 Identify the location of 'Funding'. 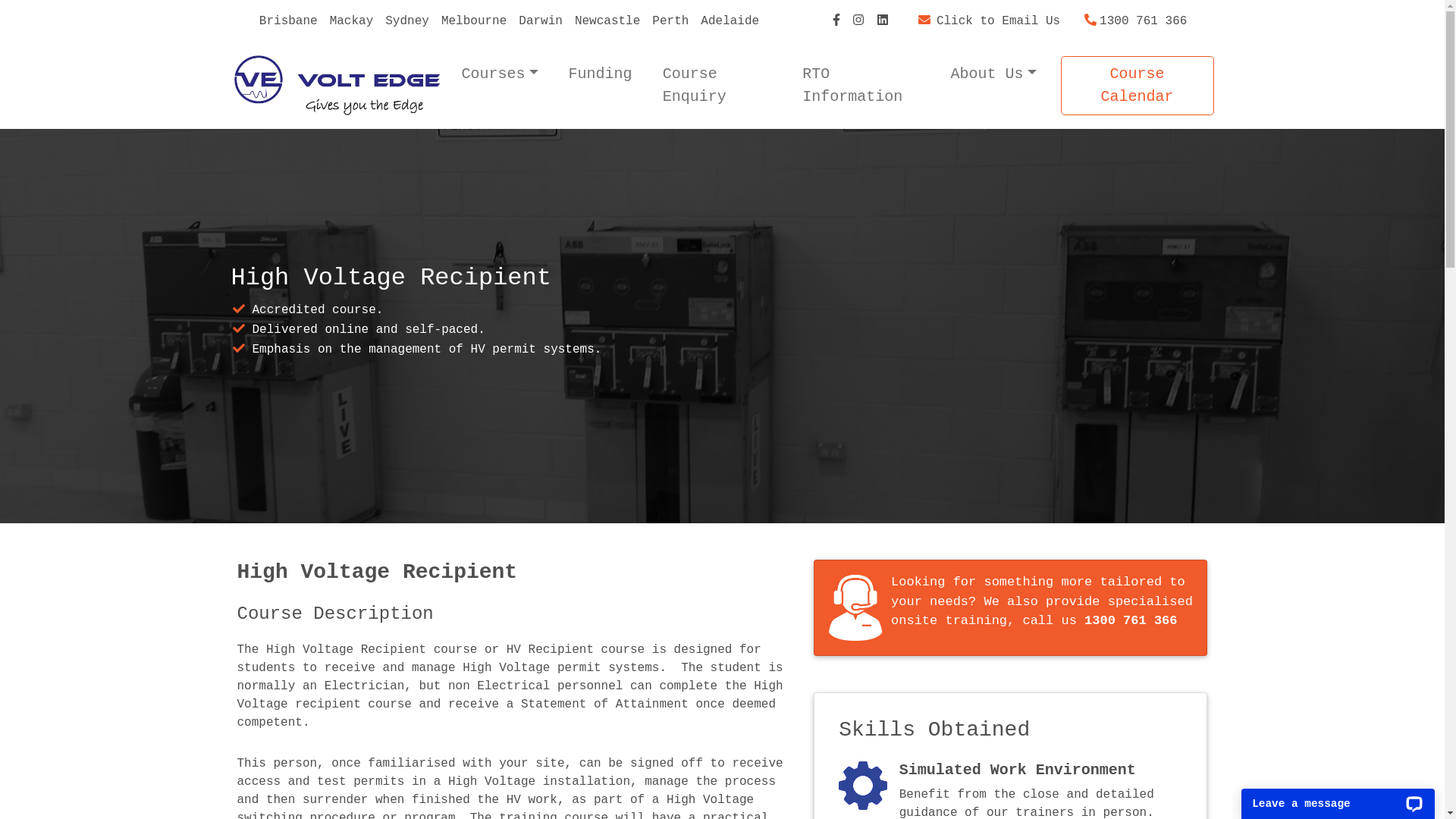
(600, 74).